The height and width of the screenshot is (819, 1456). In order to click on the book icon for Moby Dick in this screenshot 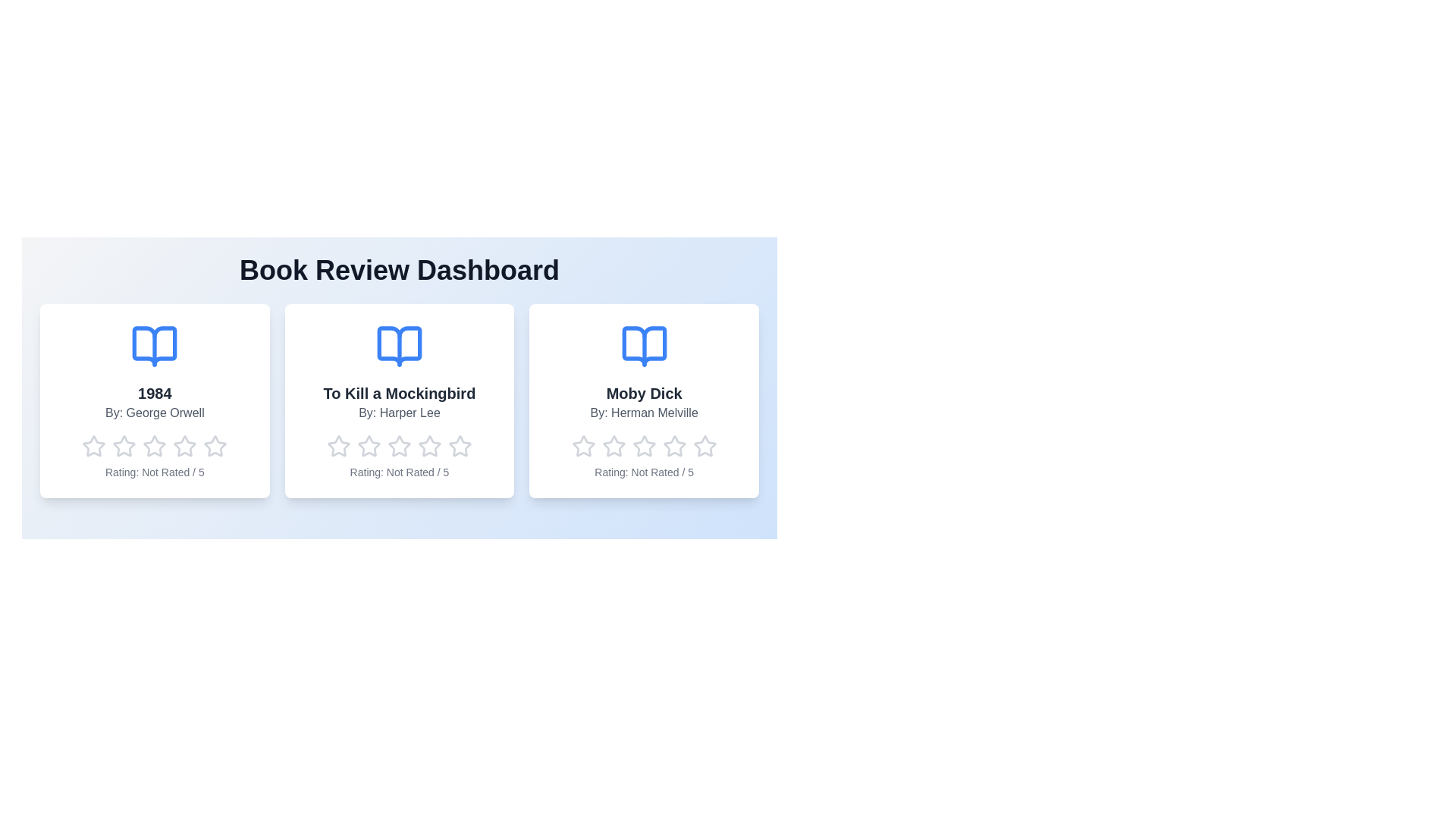, I will do `click(644, 346)`.